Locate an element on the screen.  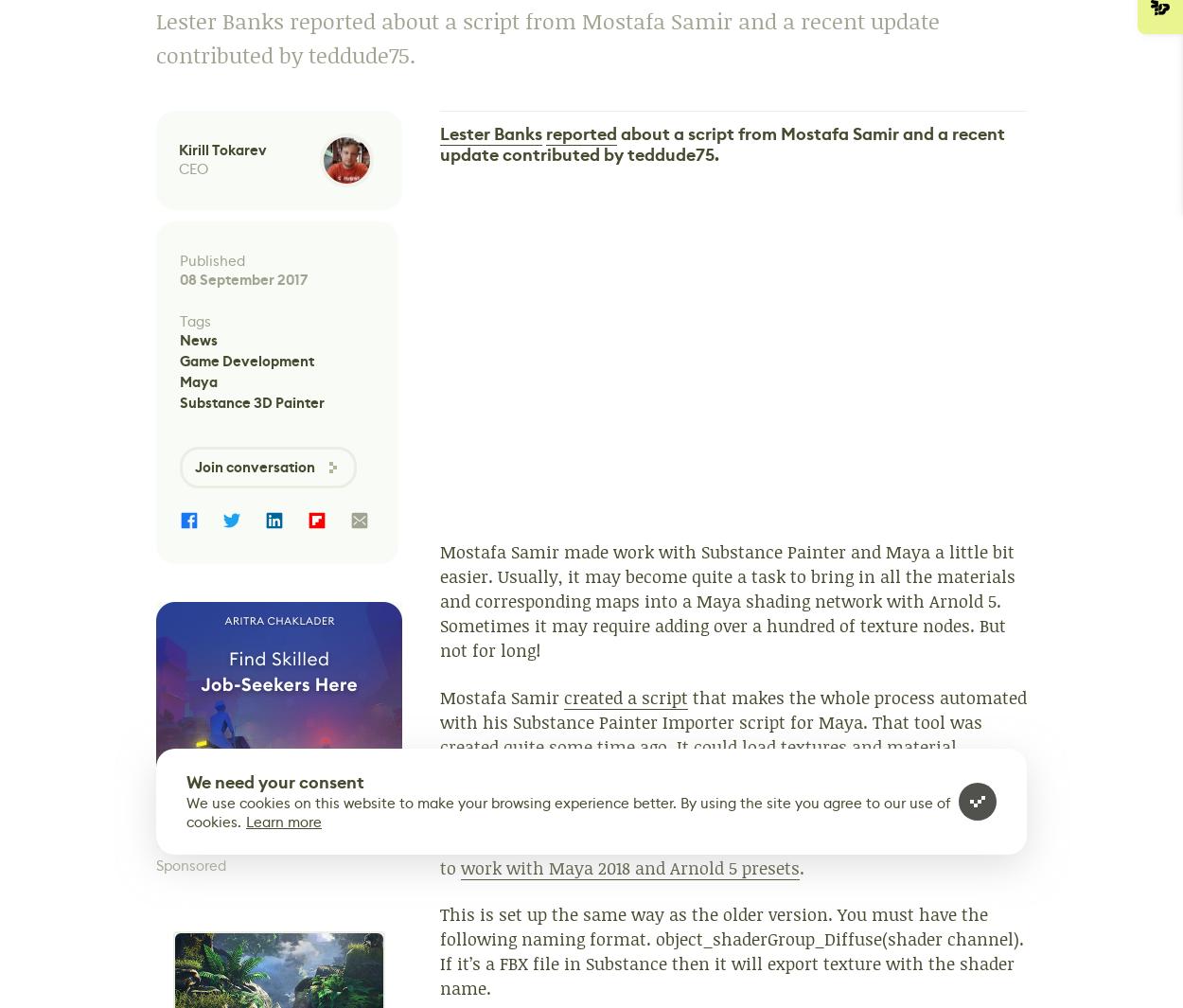
'reported' is located at coordinates (580, 133).